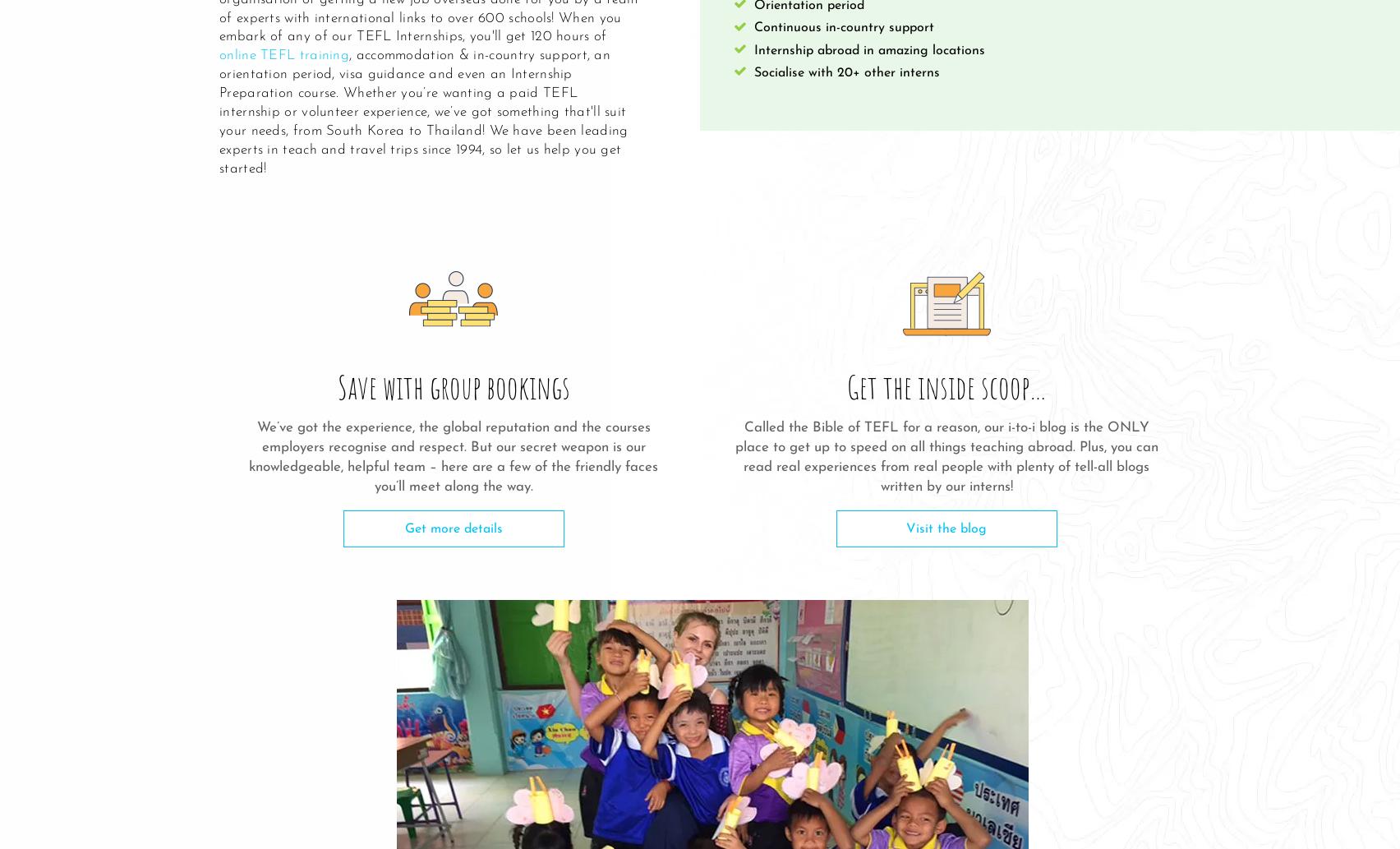  Describe the element at coordinates (403, 528) in the screenshot. I see `'Get more details'` at that location.